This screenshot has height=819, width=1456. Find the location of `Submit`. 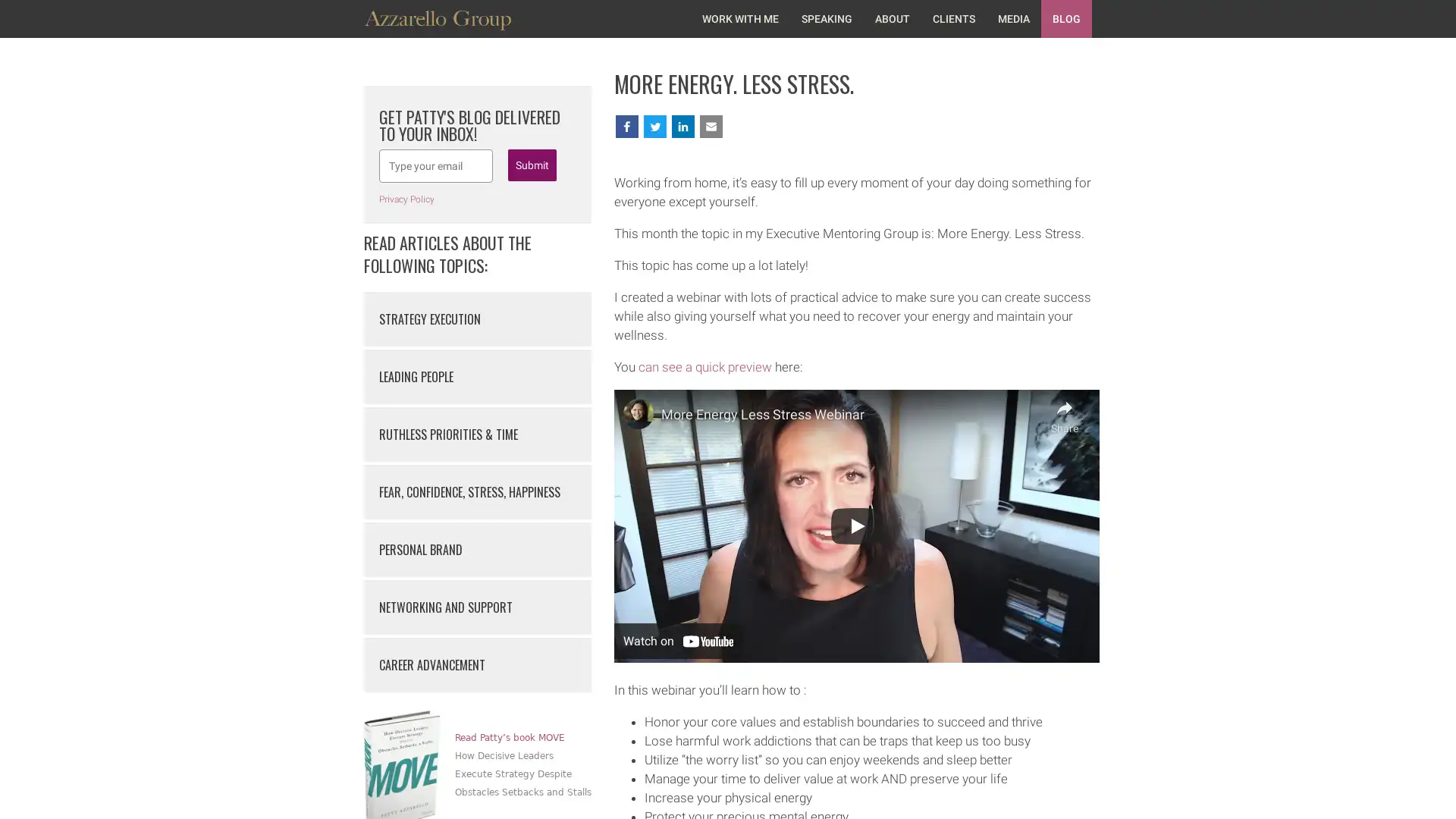

Submit is located at coordinates (532, 165).